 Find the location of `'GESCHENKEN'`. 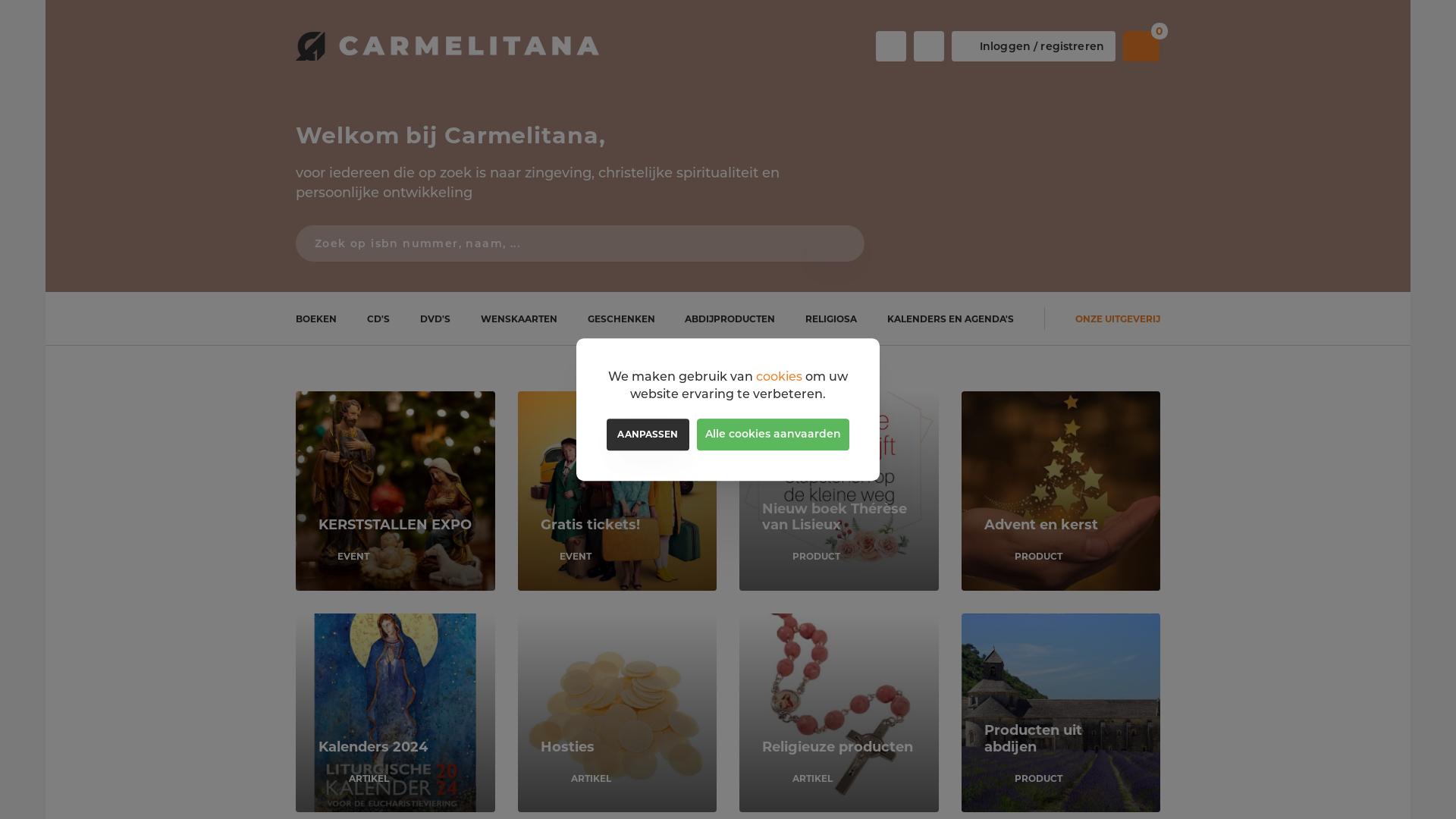

'GESCHENKEN' is located at coordinates (621, 318).